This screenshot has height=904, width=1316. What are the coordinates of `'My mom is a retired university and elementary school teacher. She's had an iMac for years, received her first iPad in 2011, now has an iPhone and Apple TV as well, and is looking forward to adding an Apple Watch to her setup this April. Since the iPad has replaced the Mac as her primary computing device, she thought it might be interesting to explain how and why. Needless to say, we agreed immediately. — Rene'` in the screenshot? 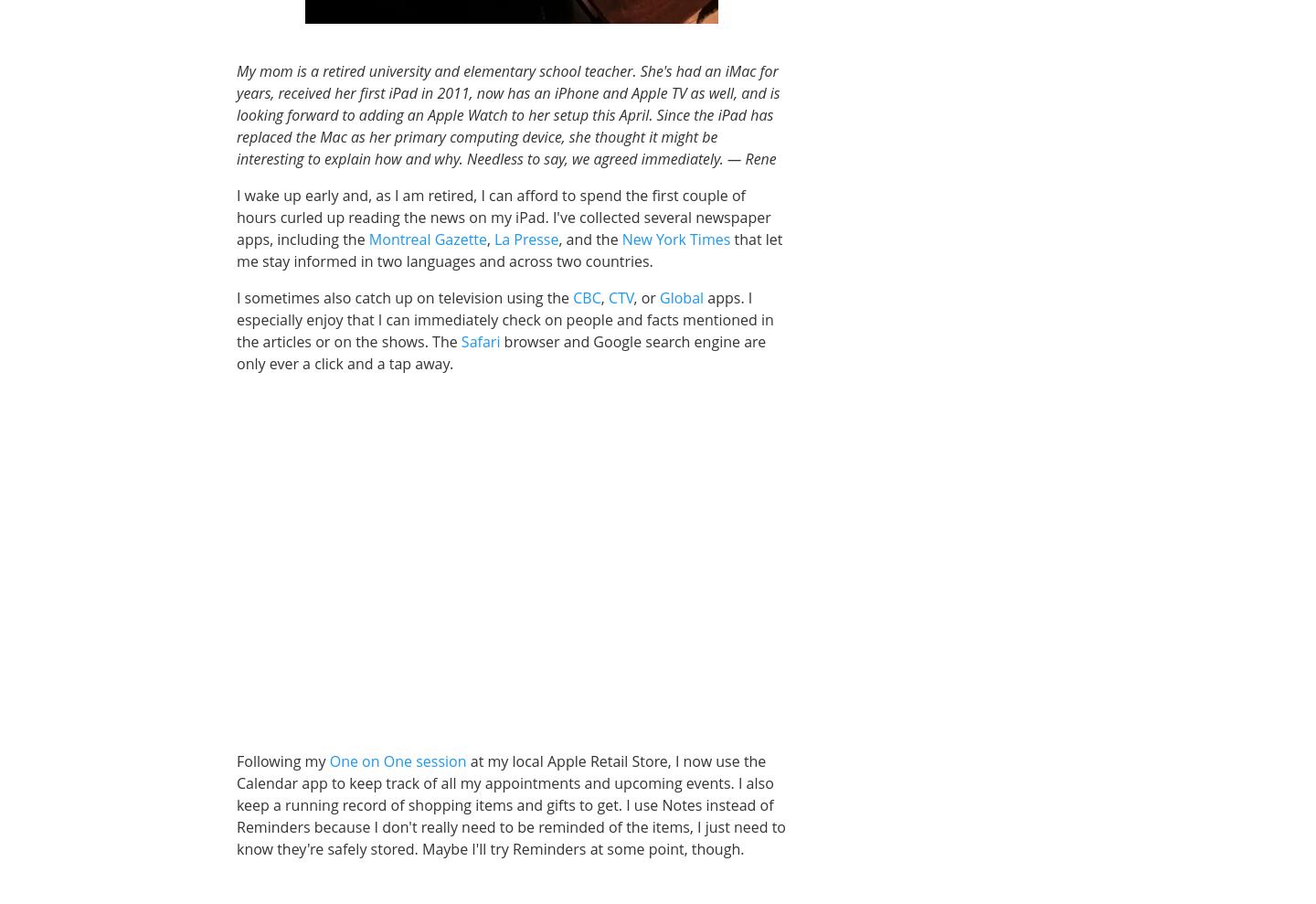 It's located at (507, 113).